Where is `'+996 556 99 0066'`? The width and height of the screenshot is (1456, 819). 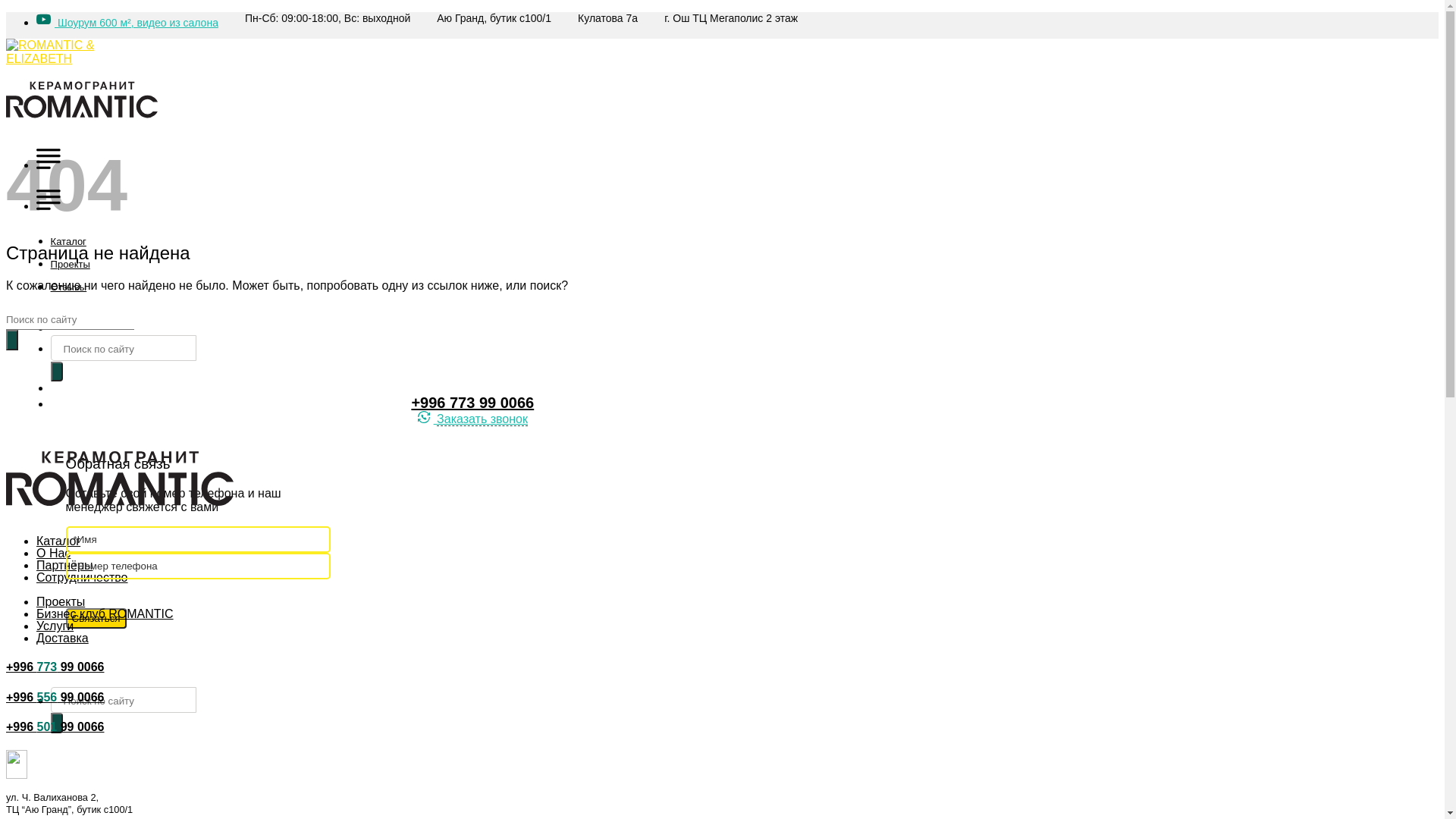 '+996 556 99 0066' is located at coordinates (55, 697).